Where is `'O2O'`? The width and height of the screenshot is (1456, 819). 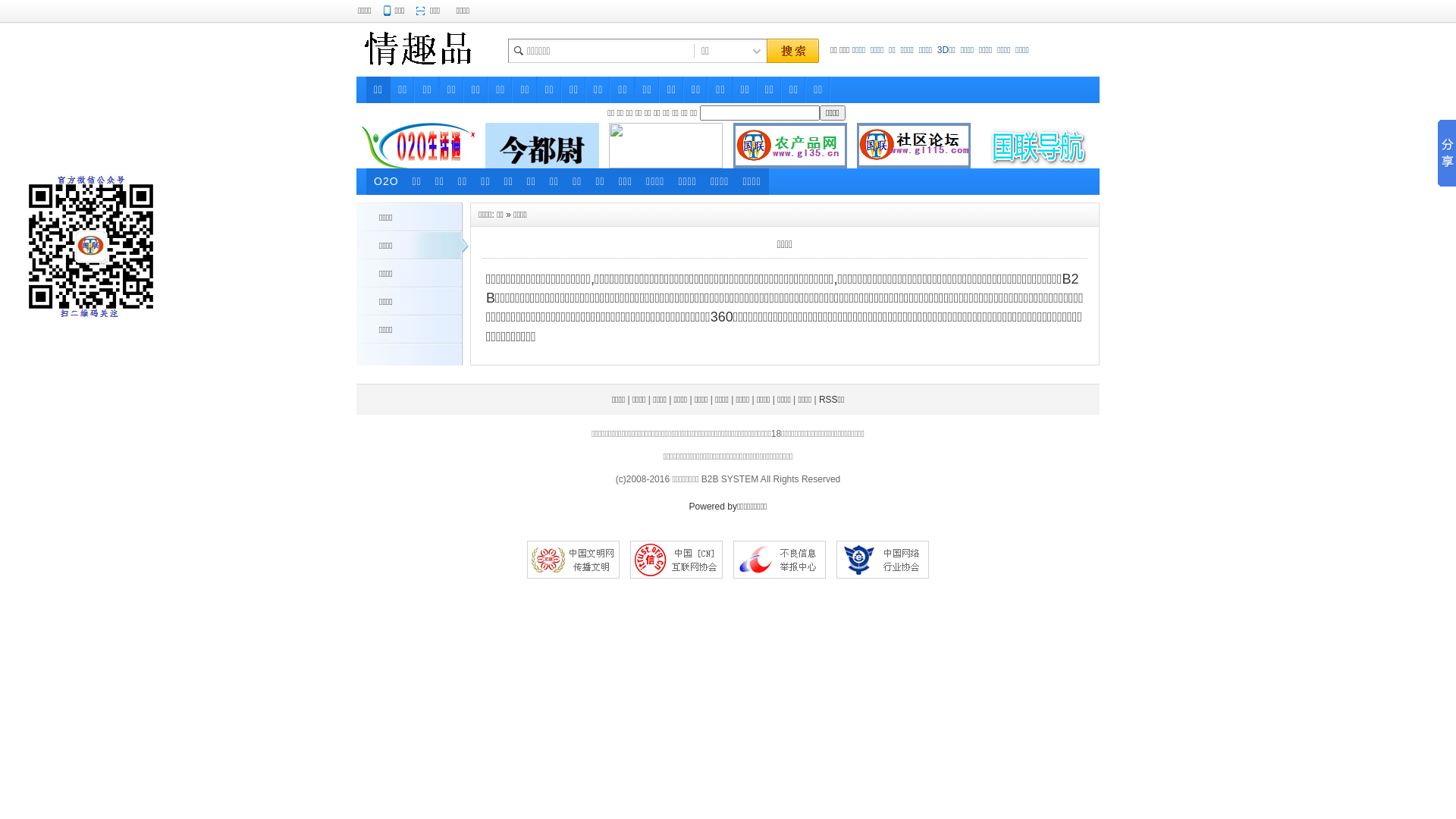 'O2O' is located at coordinates (386, 180).